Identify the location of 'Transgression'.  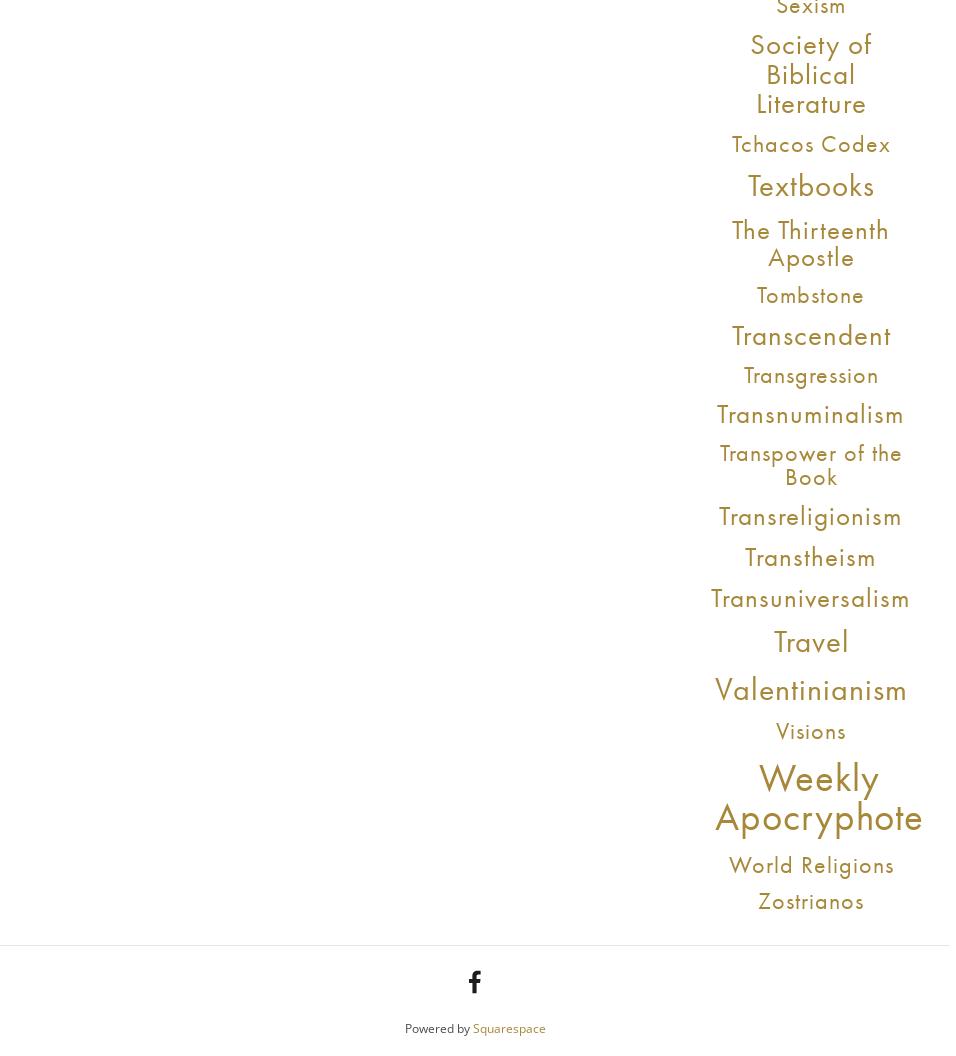
(809, 373).